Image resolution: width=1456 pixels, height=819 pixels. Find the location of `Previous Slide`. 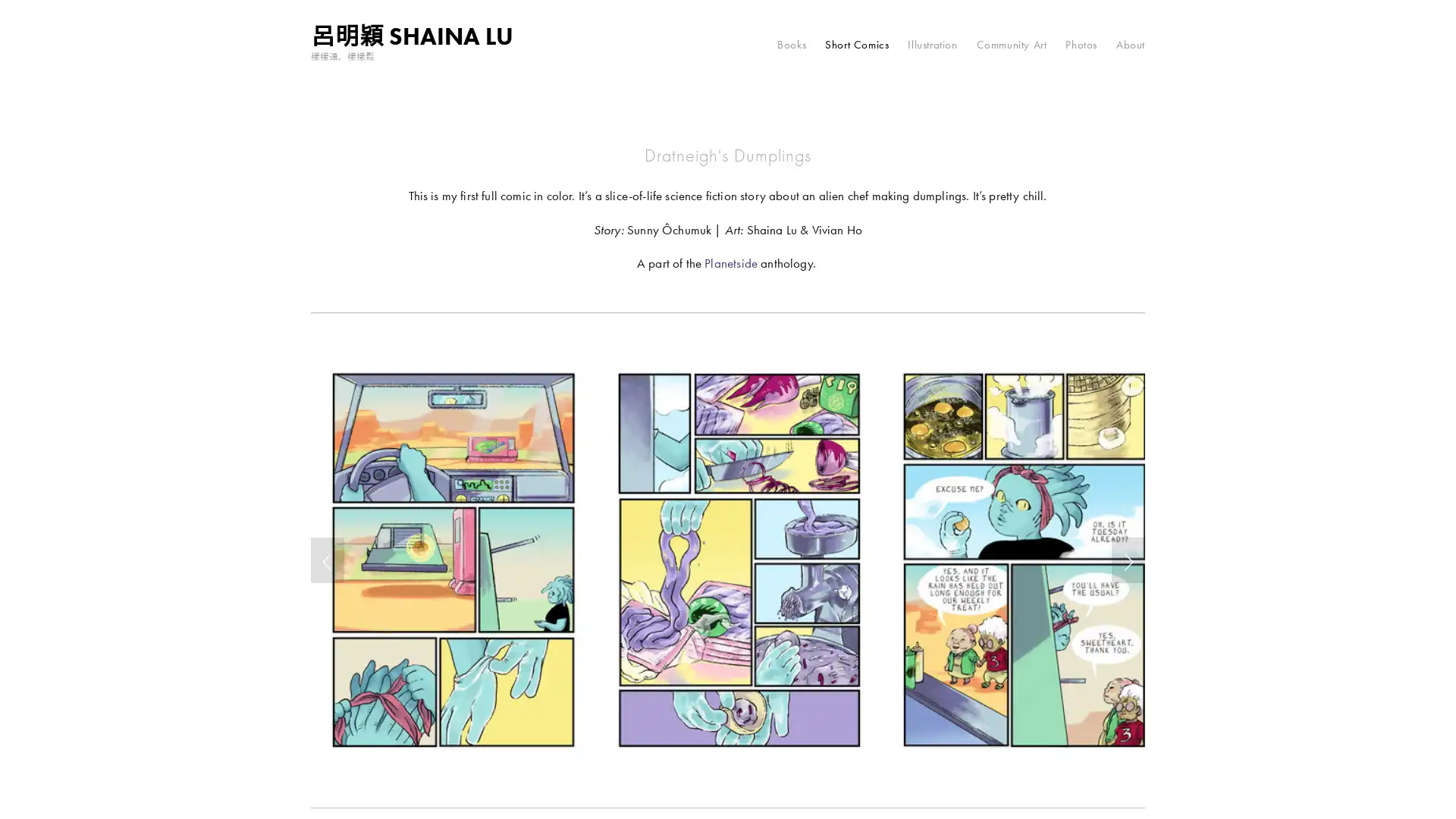

Previous Slide is located at coordinates (327, 559).